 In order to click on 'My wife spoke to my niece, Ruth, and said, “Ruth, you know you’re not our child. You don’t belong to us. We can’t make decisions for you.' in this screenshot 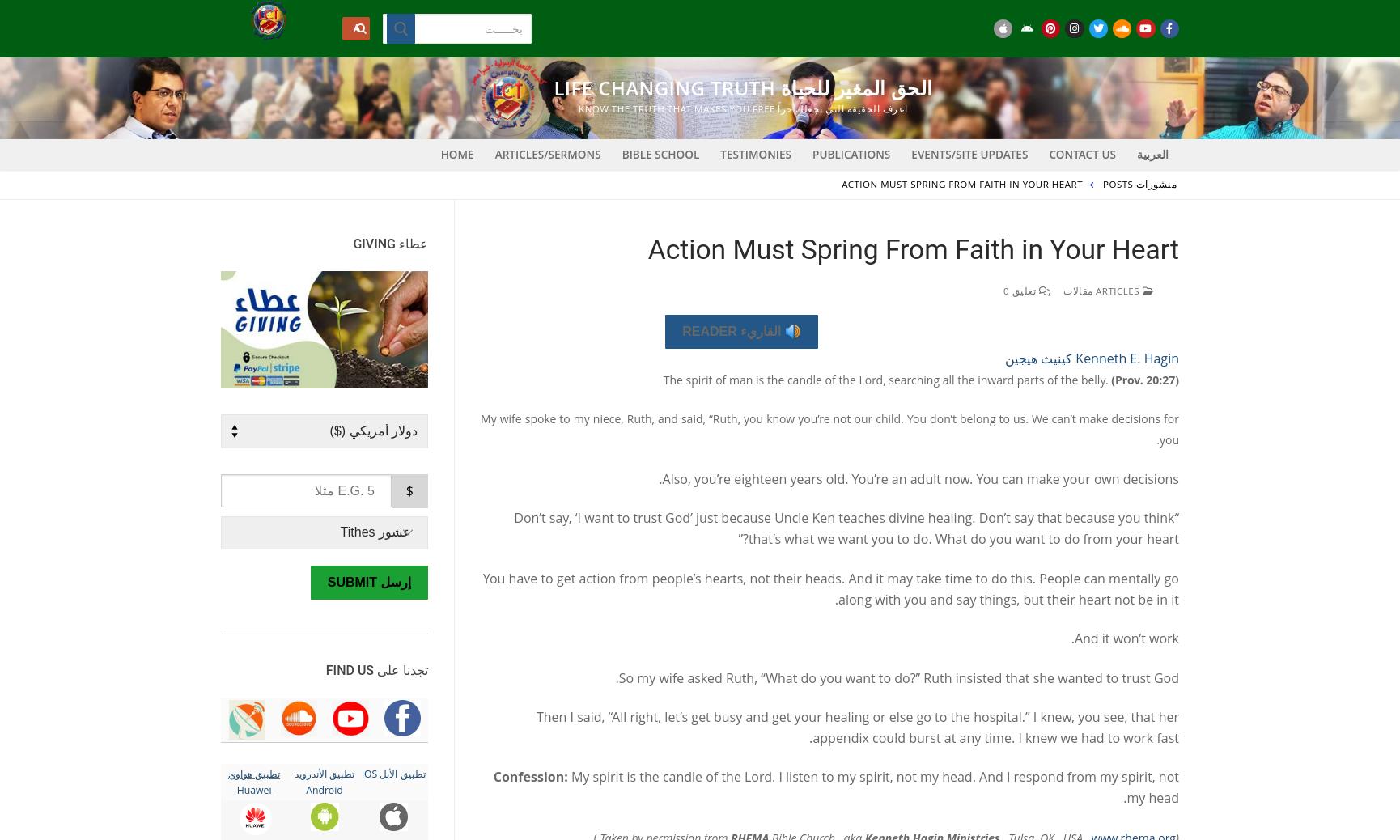, I will do `click(829, 428)`.